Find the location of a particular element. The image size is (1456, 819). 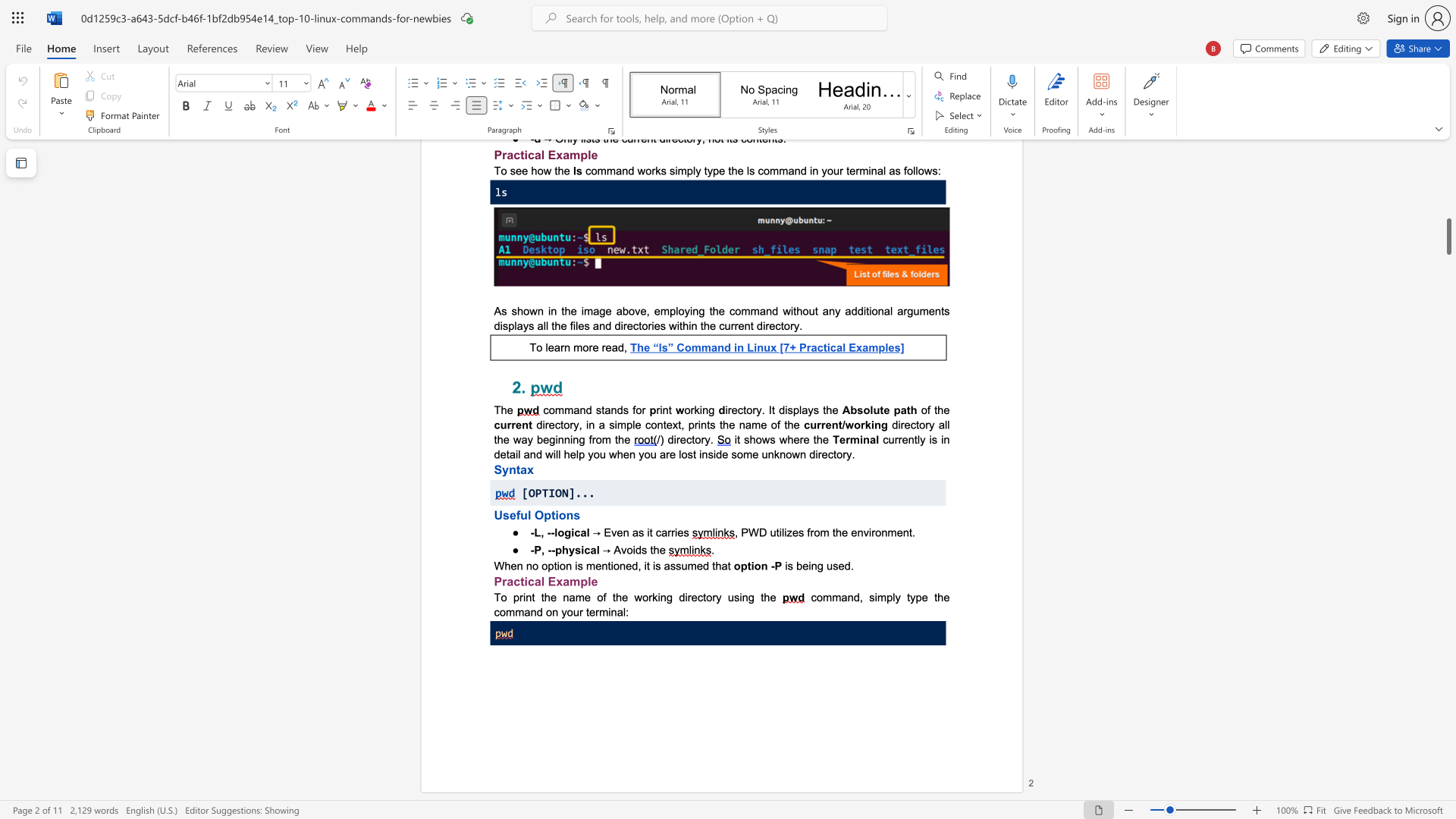

the subset text "sica" within the text "-P, --physical" is located at coordinates (574, 550).